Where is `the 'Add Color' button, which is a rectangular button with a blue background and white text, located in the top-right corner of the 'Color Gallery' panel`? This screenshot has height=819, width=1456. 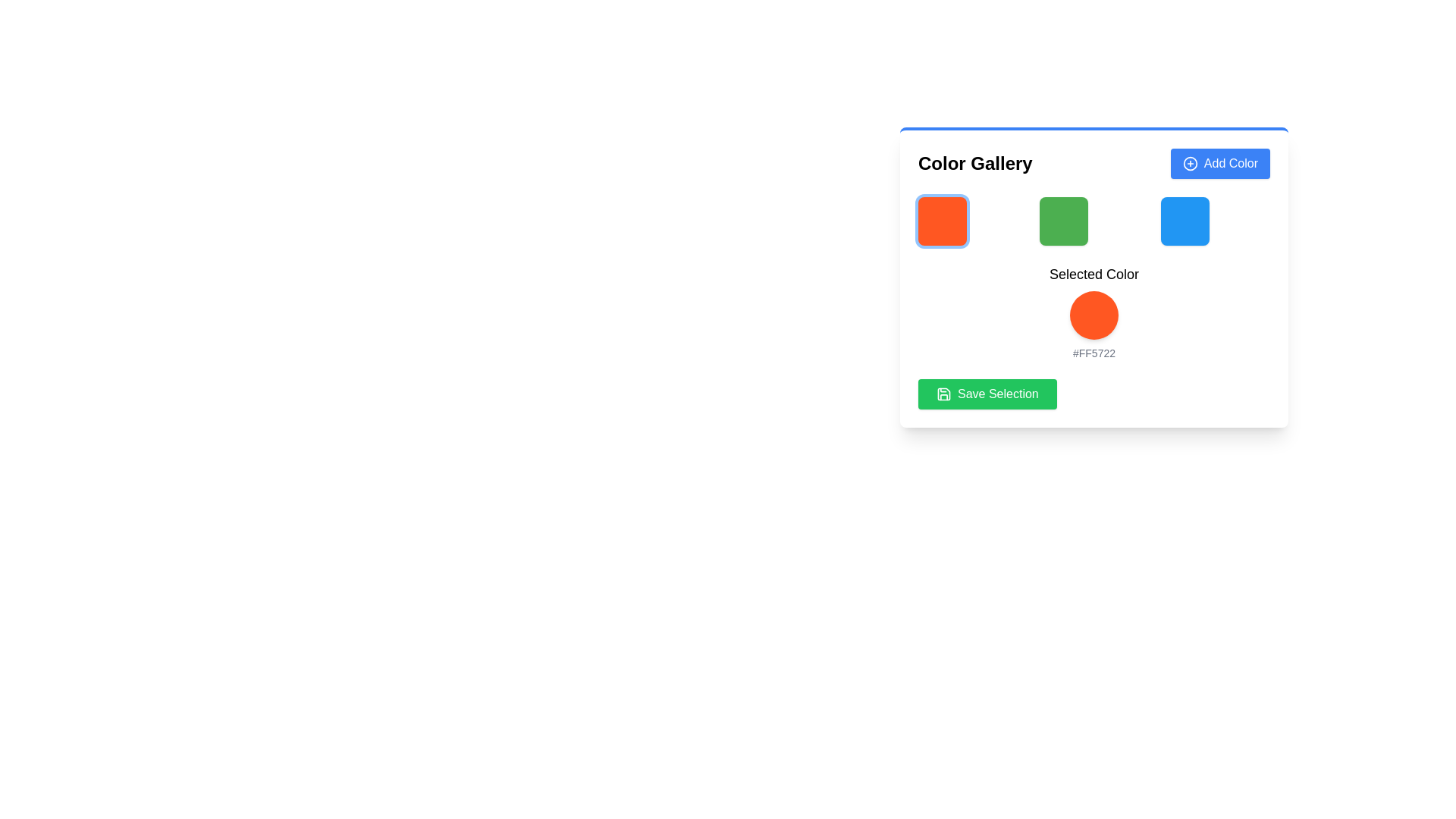 the 'Add Color' button, which is a rectangular button with a blue background and white text, located in the top-right corner of the 'Color Gallery' panel is located at coordinates (1220, 164).